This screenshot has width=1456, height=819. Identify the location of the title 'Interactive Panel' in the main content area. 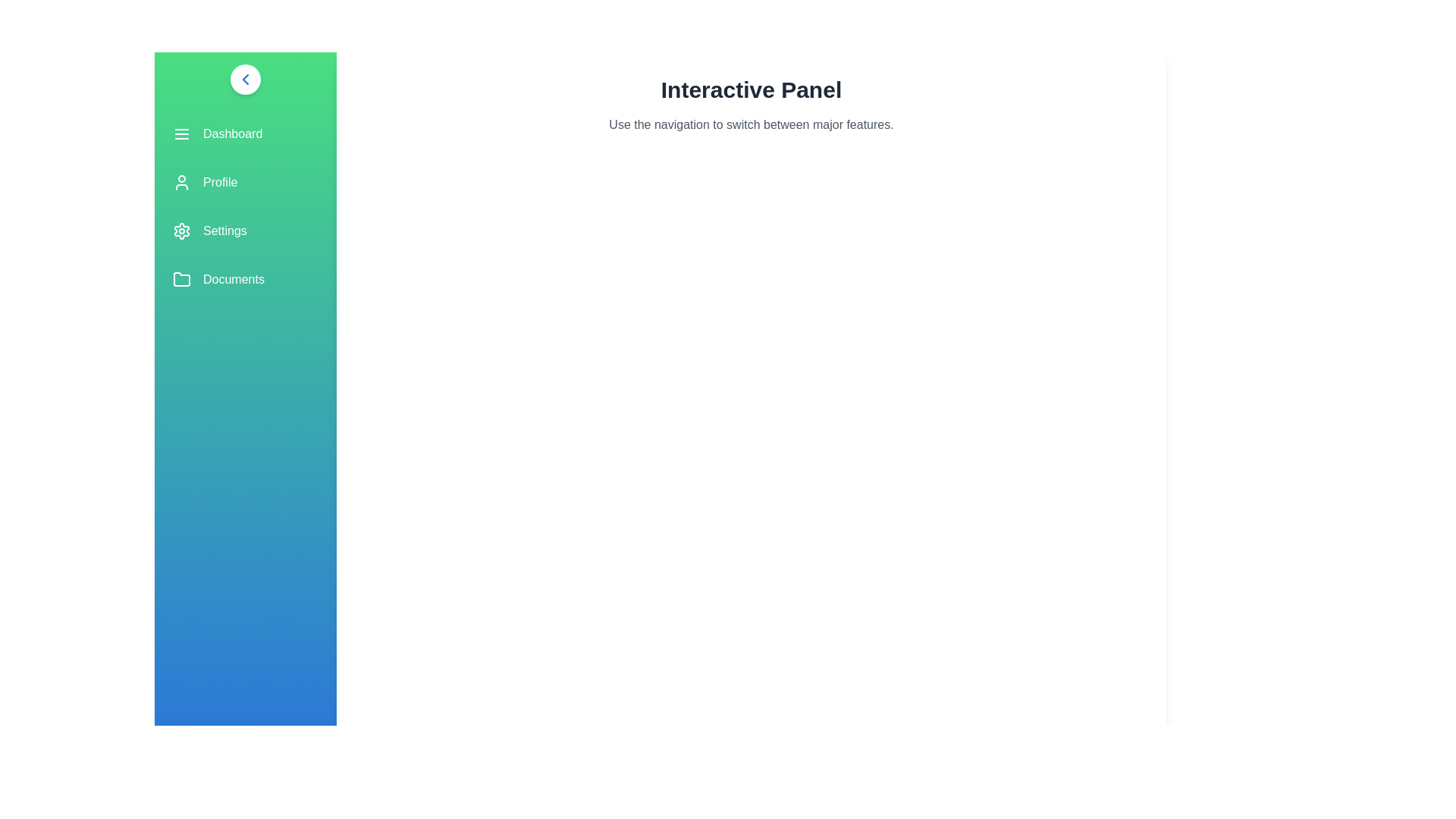
(751, 90).